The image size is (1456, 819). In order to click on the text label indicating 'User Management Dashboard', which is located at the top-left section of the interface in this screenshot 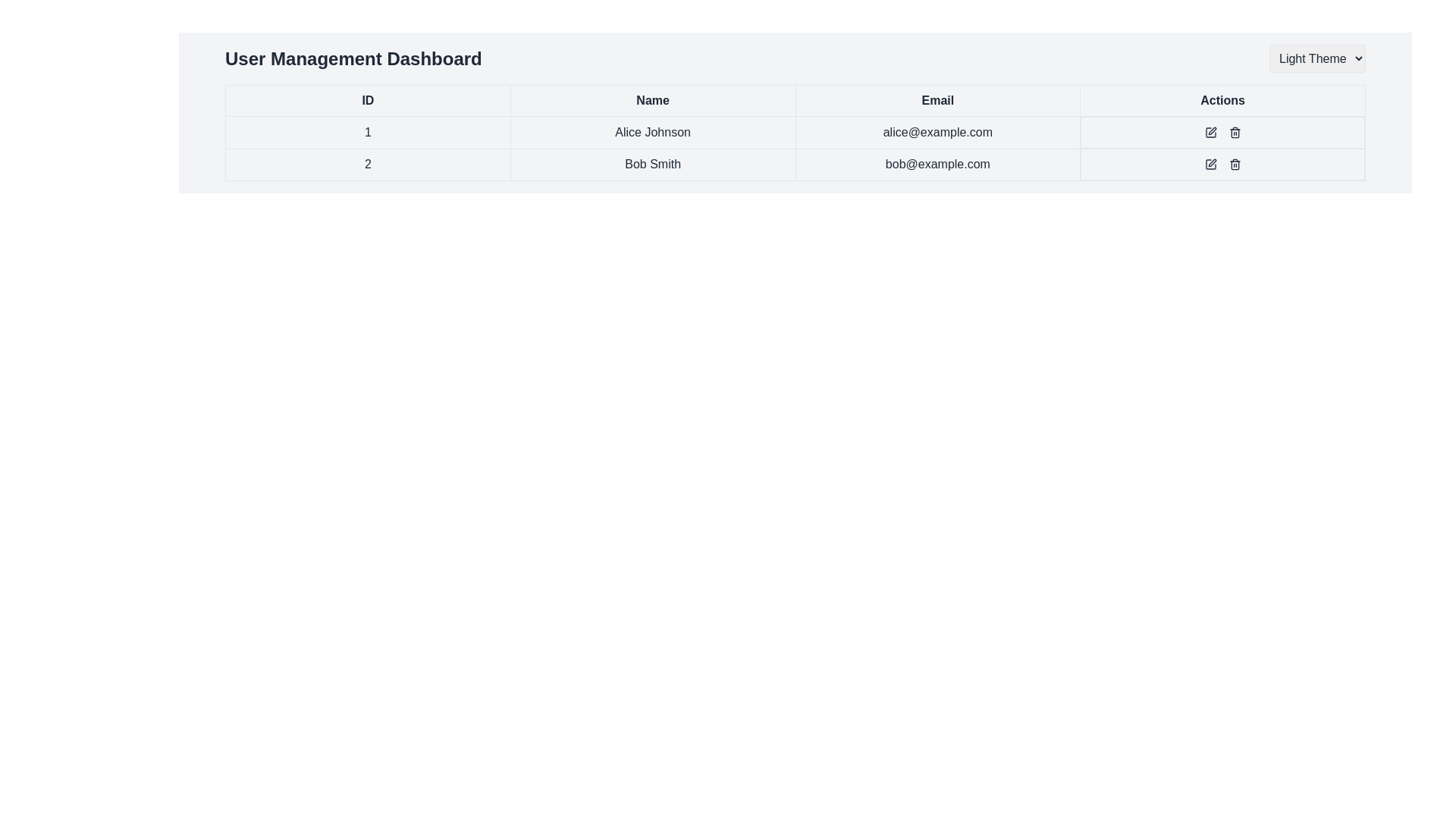, I will do `click(353, 58)`.